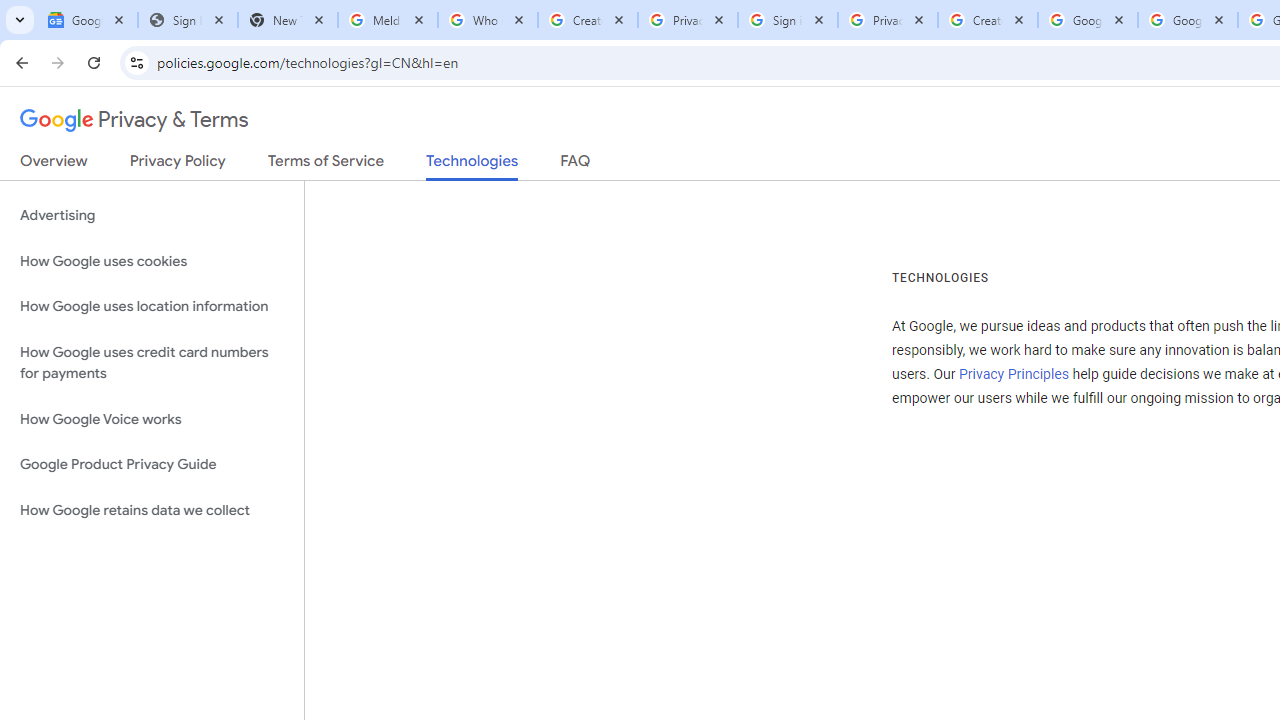  What do you see at coordinates (787, 20) in the screenshot?
I see `'Sign in - Google Accounts'` at bounding box center [787, 20].